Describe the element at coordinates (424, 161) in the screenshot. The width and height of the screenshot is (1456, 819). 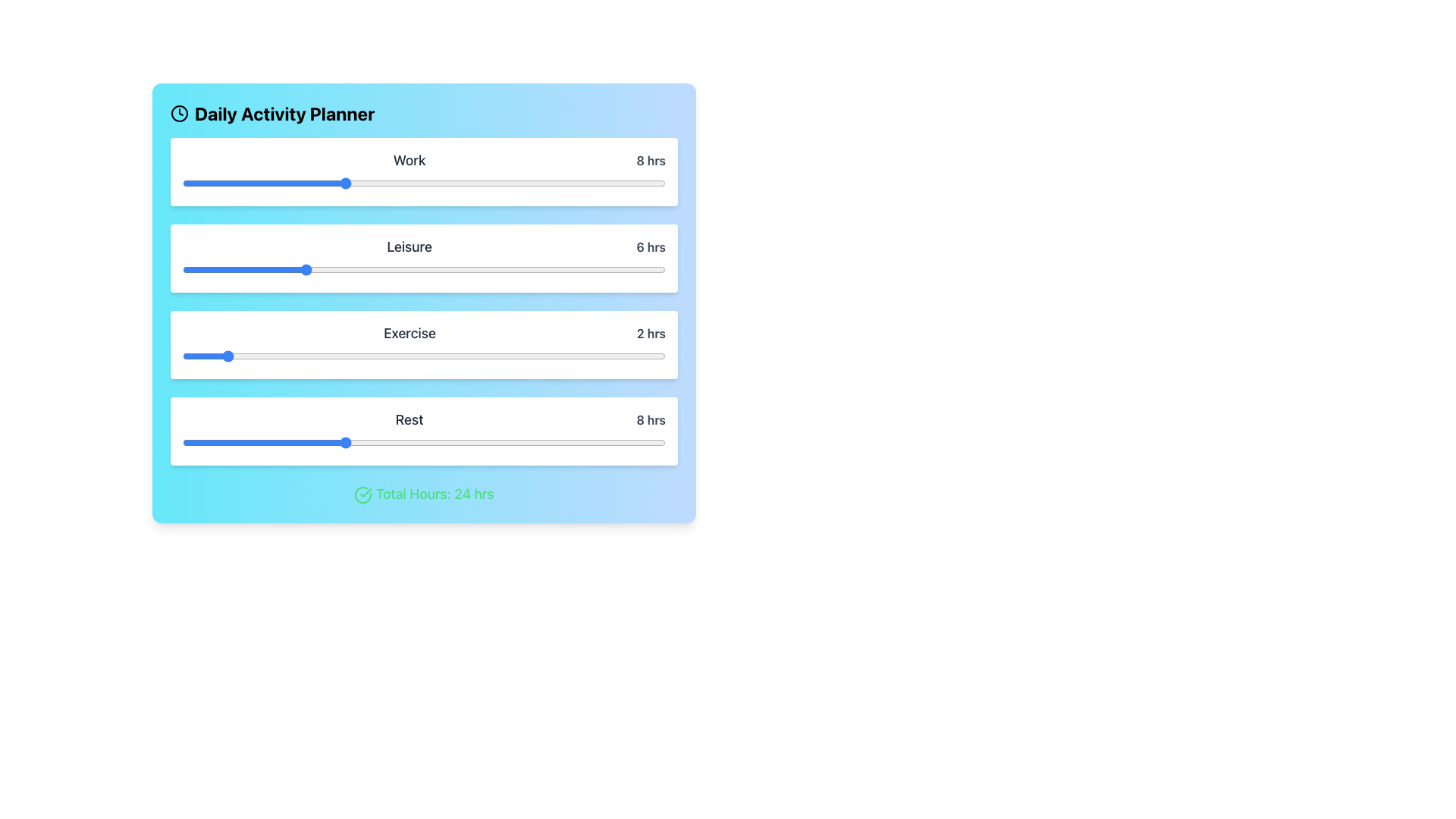
I see `the static text label that indicates 'Work' and the assigned value '8 hrs', positioned above the 'Leisure' section in the Daily Activity Planner` at that location.